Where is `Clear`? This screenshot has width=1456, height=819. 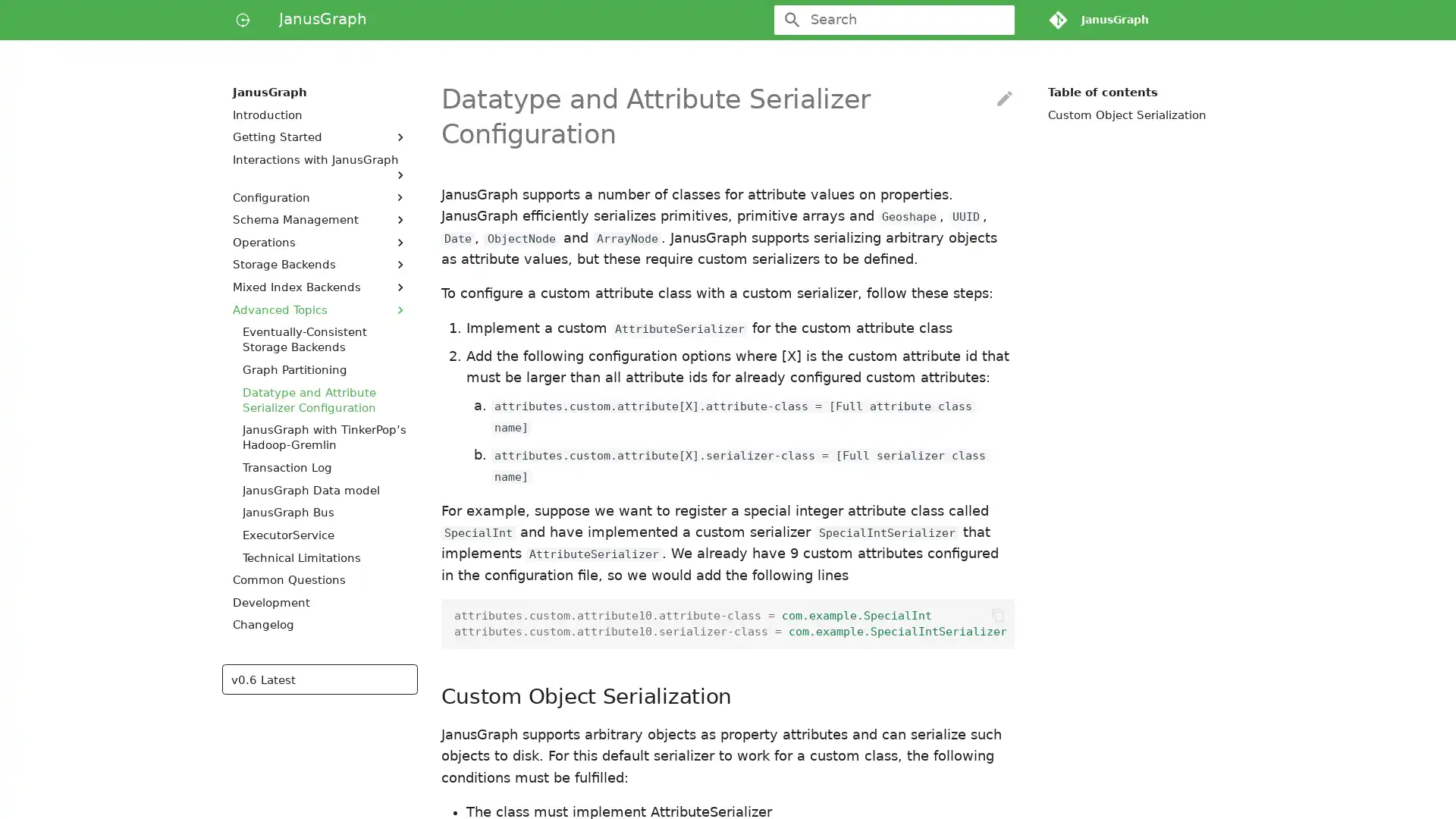 Clear is located at coordinates (996, 20).